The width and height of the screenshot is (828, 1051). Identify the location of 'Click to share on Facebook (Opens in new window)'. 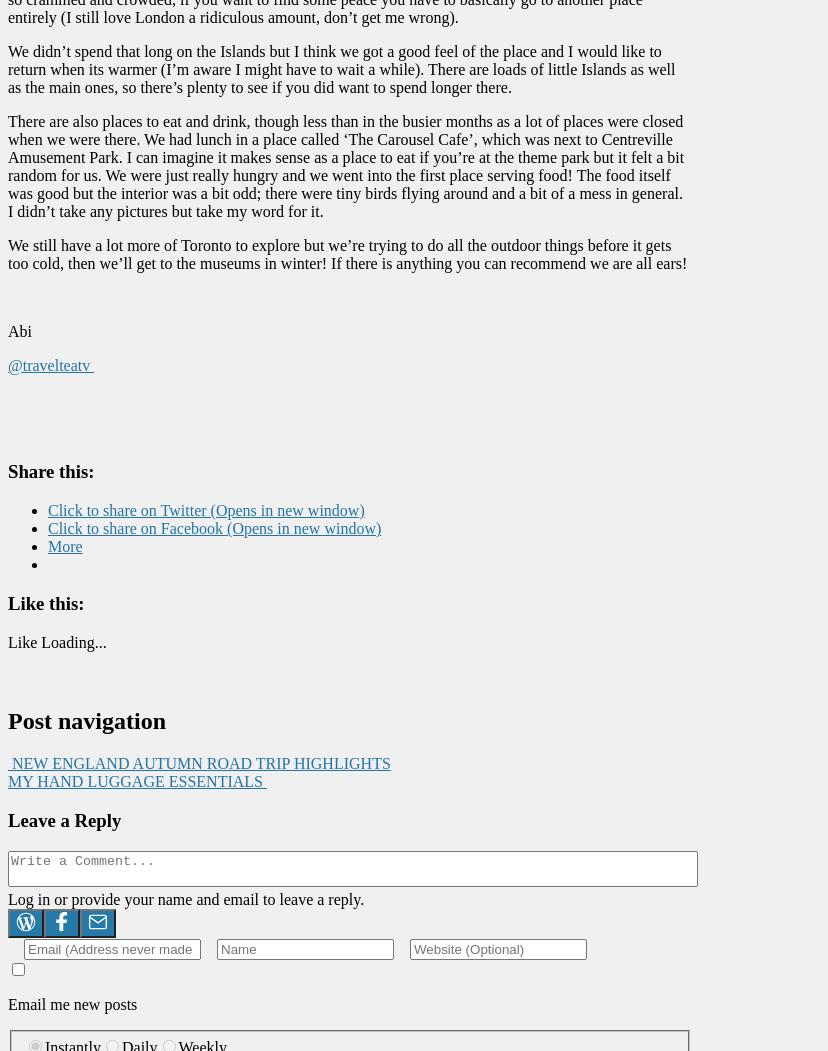
(214, 527).